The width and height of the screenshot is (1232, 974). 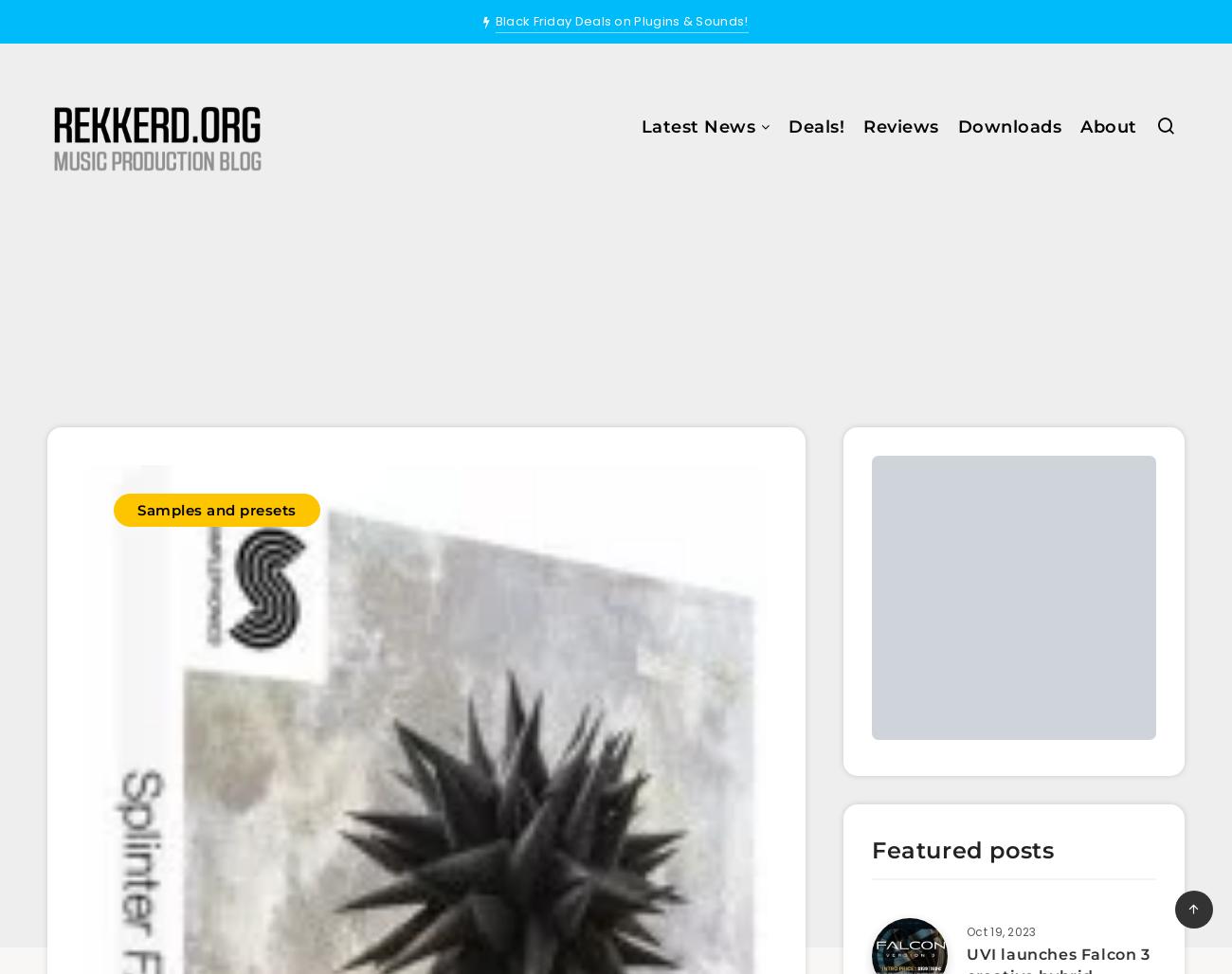 What do you see at coordinates (635, 334) in the screenshot?
I see `'Sales and Promotions'` at bounding box center [635, 334].